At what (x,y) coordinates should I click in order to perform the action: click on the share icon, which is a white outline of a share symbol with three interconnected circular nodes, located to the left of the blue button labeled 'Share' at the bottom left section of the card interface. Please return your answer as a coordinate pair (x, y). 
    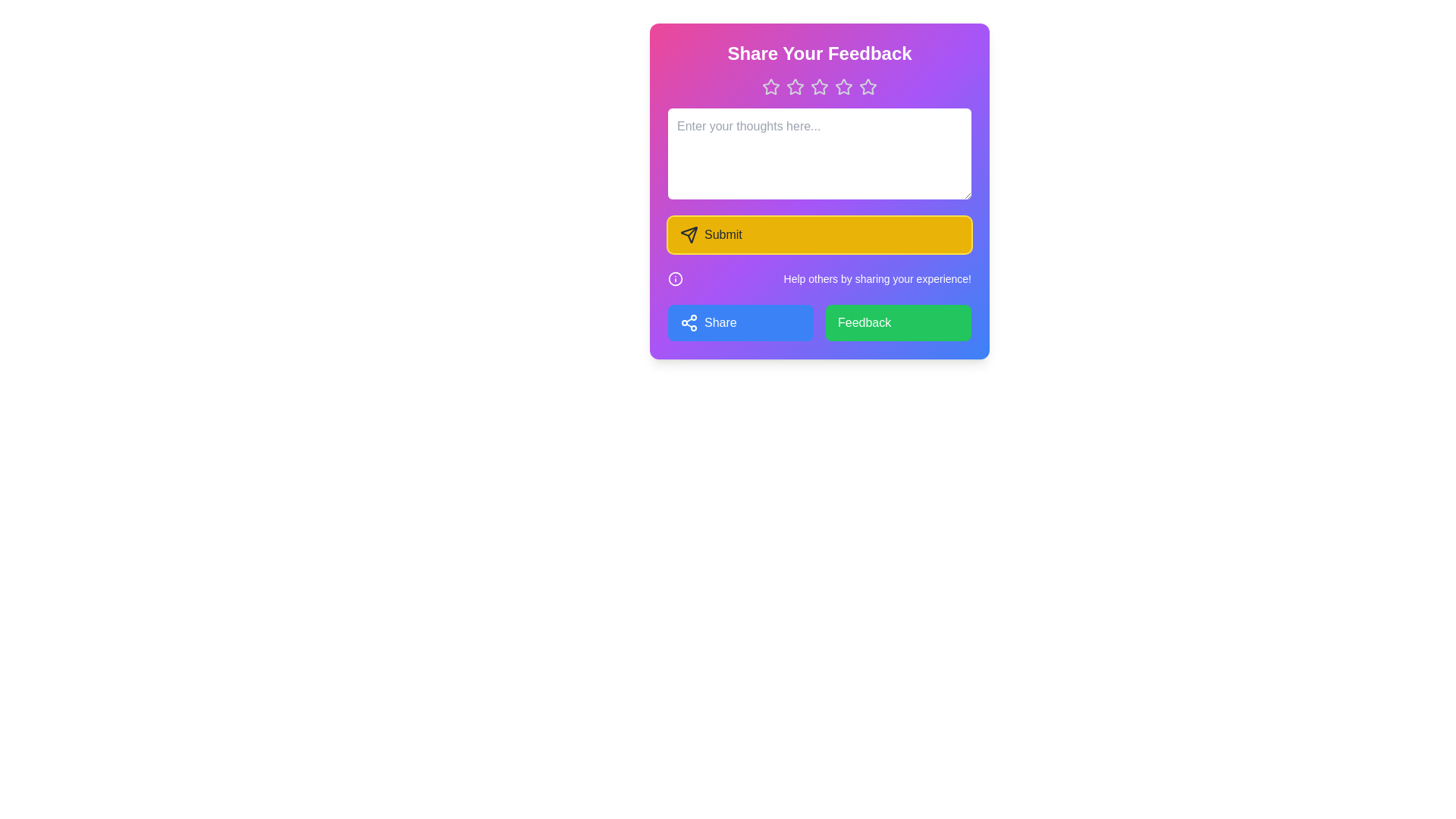
    Looking at the image, I should click on (688, 322).